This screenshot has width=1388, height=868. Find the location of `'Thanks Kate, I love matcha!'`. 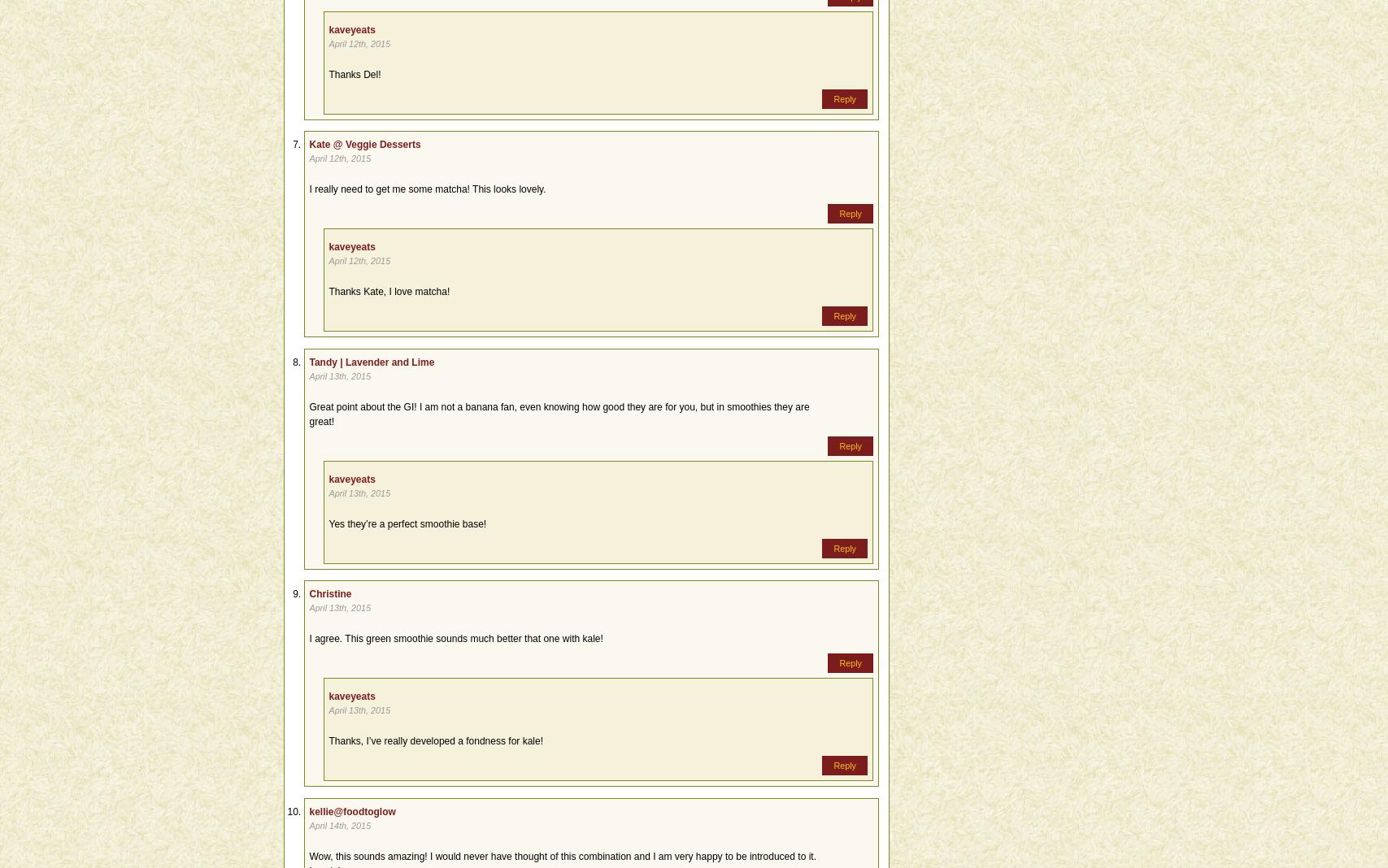

'Thanks Kate, I love matcha!' is located at coordinates (389, 290).